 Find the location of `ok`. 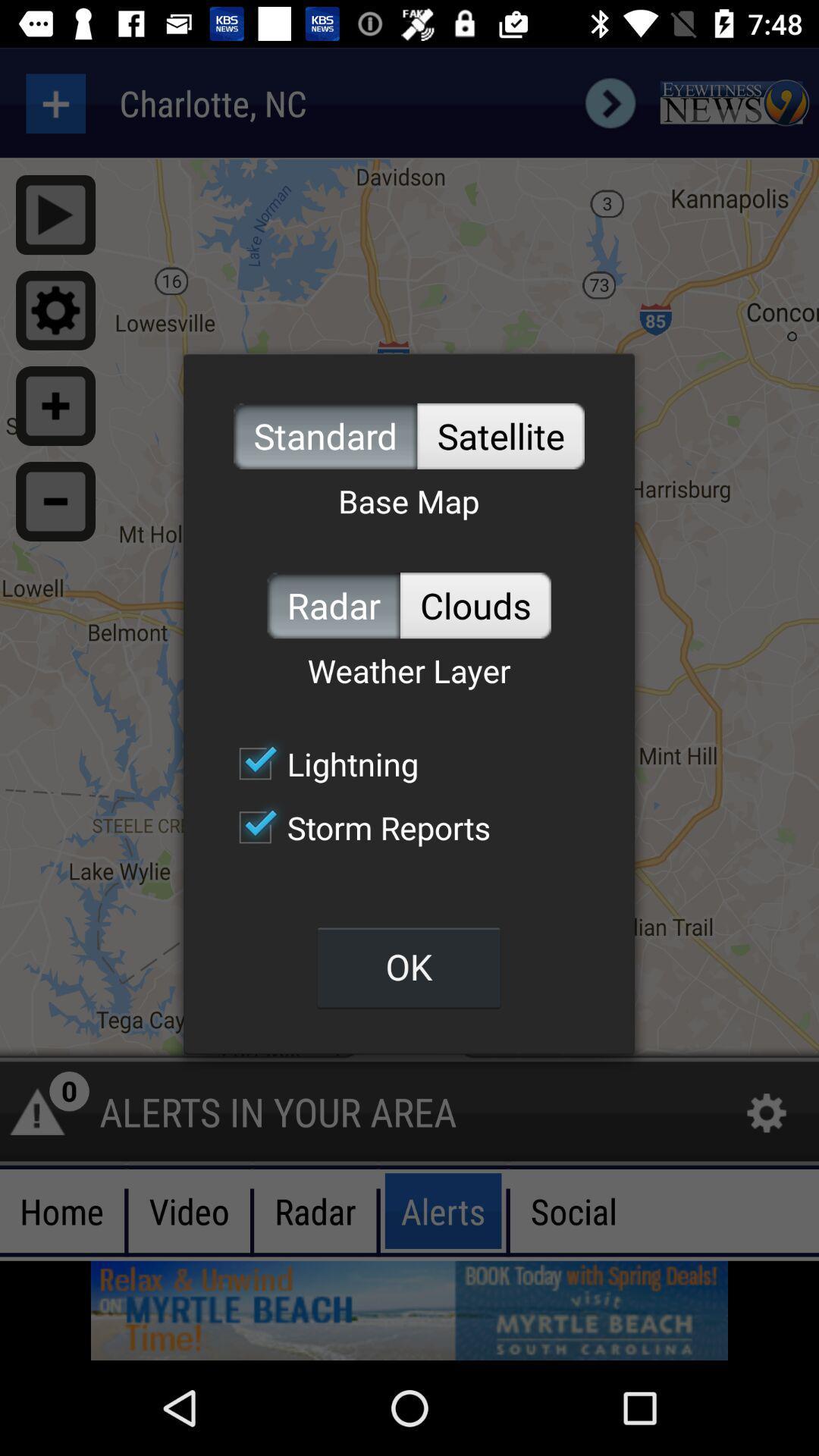

ok is located at coordinates (408, 966).